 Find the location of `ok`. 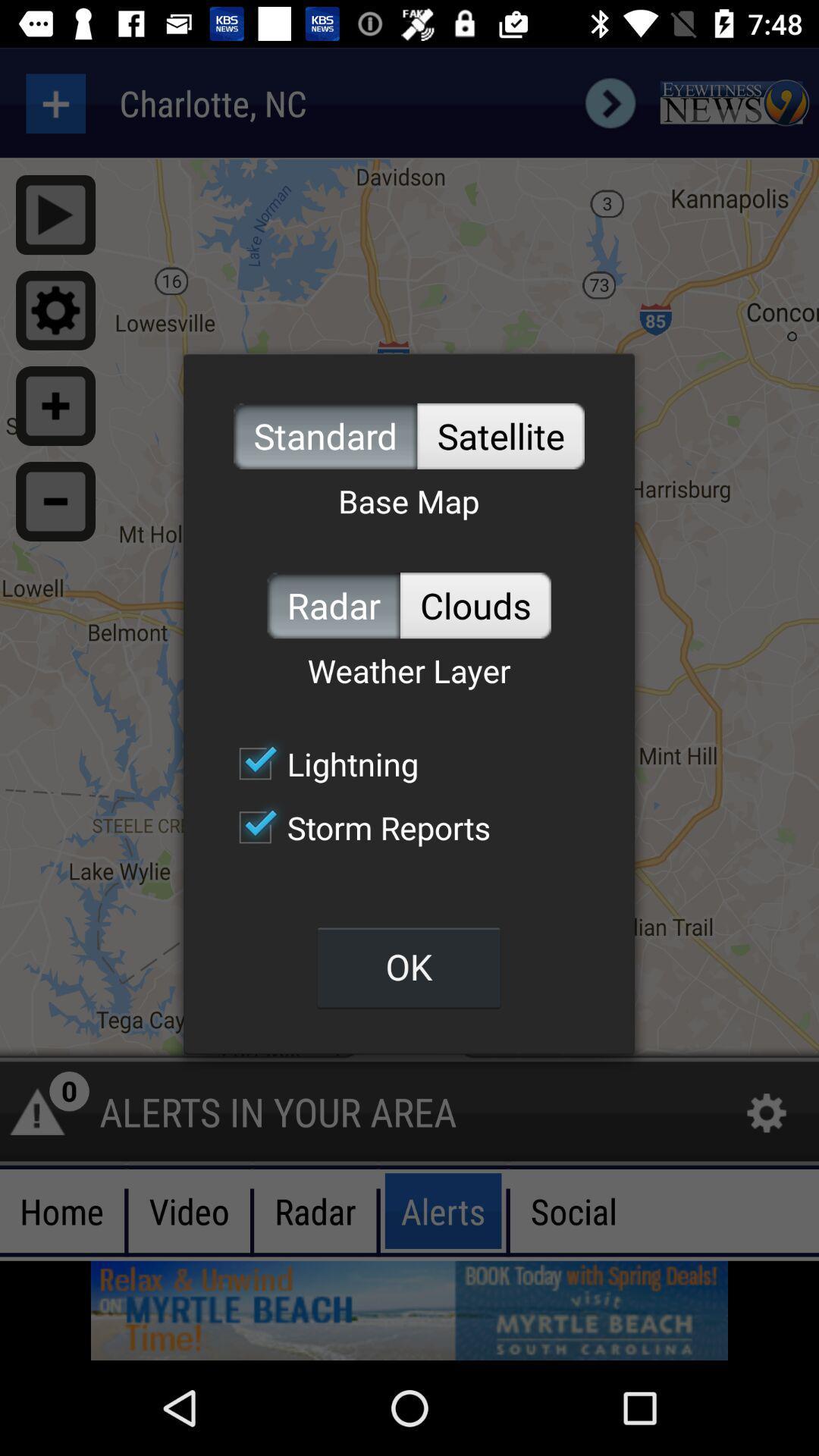

ok is located at coordinates (408, 966).